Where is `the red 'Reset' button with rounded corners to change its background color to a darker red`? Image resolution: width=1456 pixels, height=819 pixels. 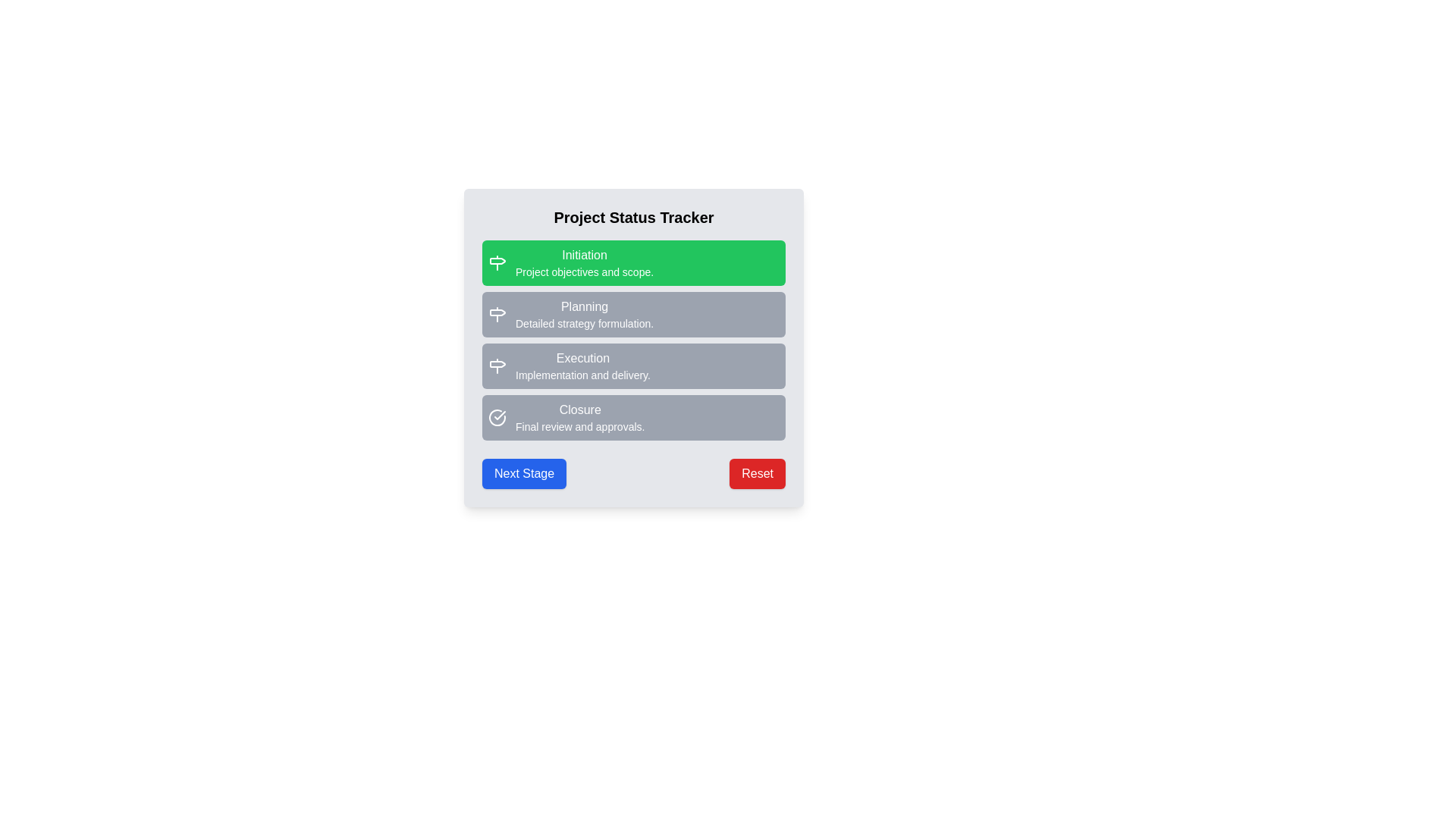
the red 'Reset' button with rounded corners to change its background color to a darker red is located at coordinates (758, 472).